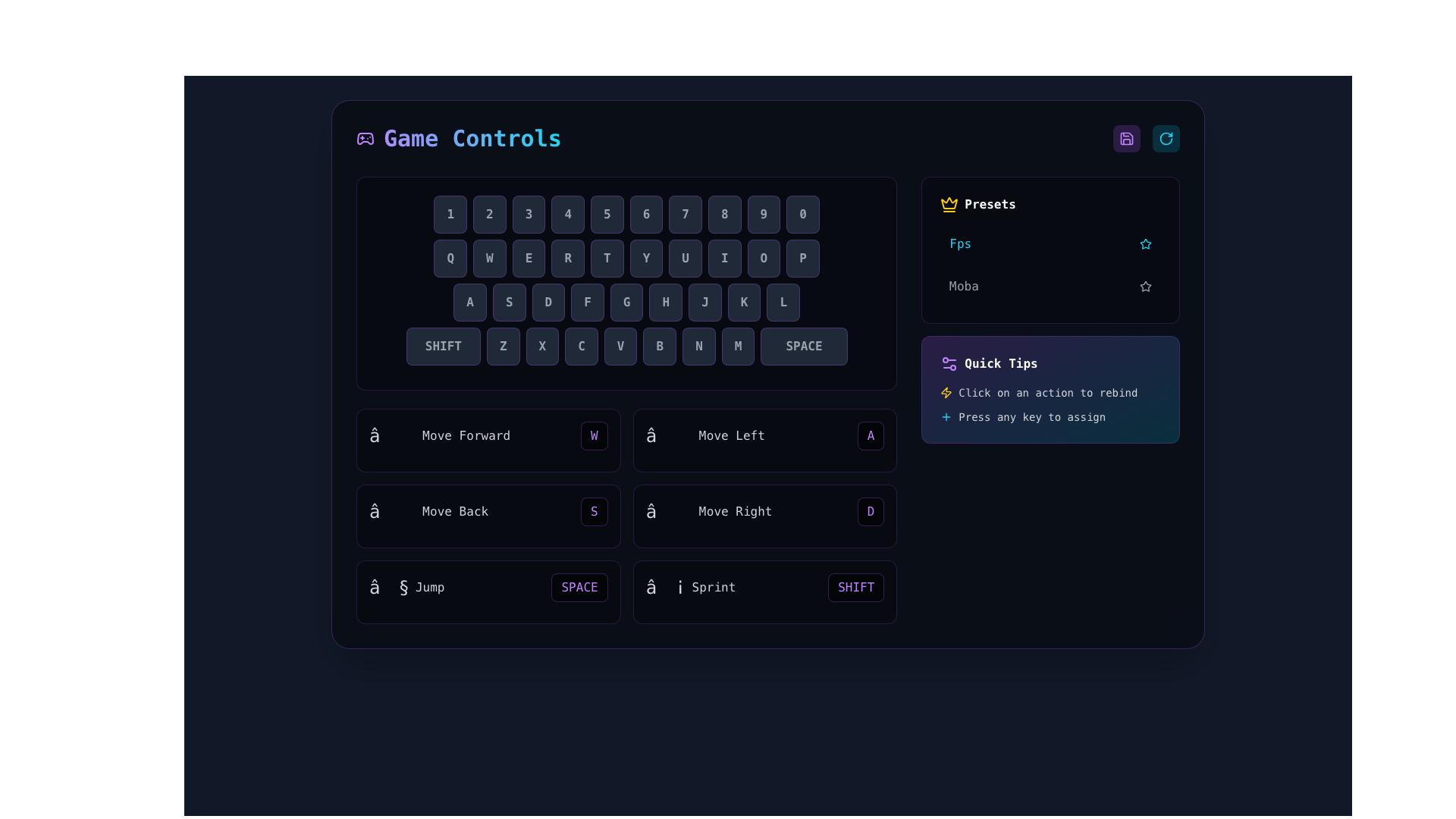  I want to click on the yellow crown-shaped icon located in the 'Presets' section, positioned near the label 'Presets' at the top-left corner of this section, so click(949, 202).